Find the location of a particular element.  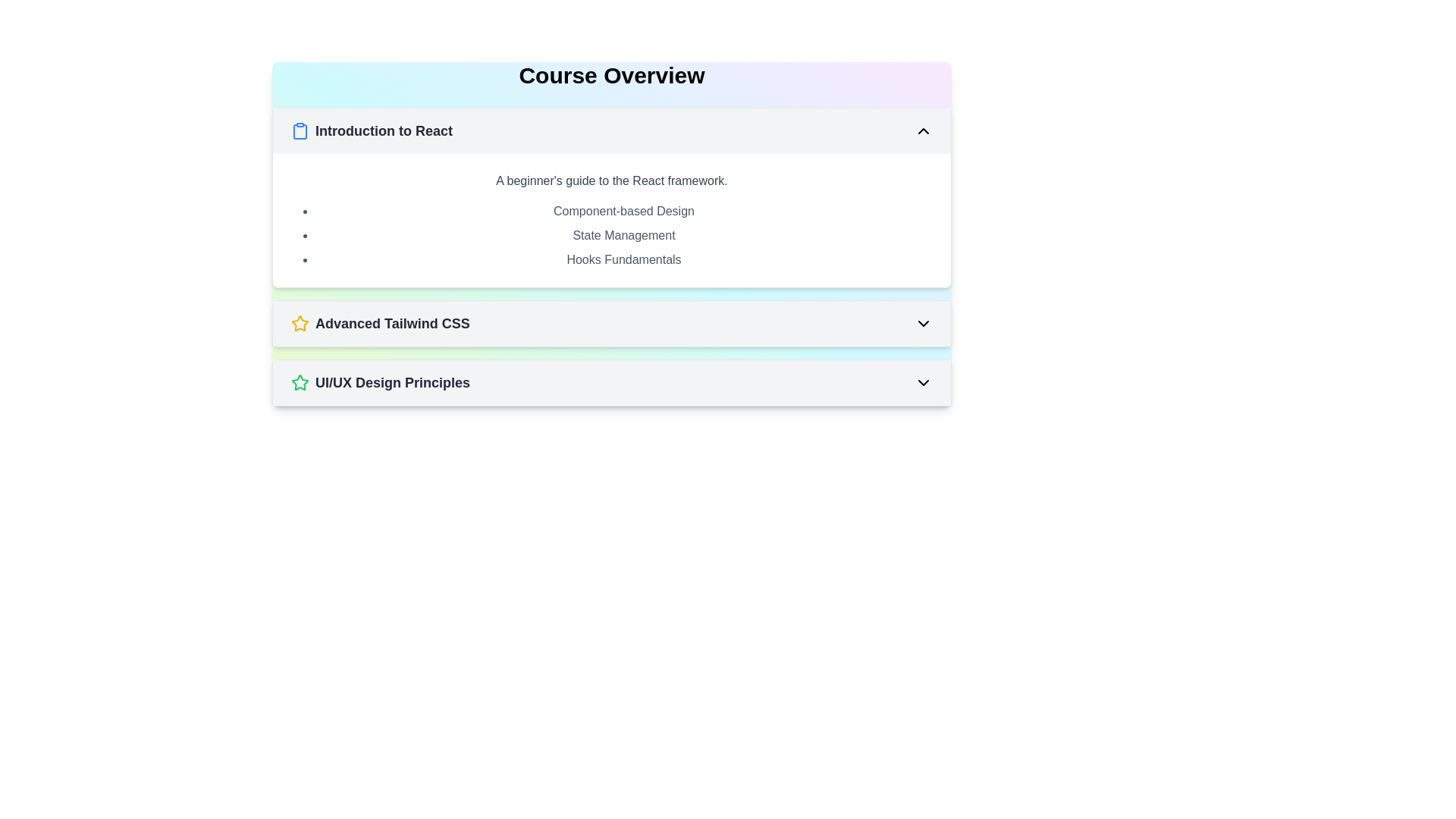

the star-shaped icon with a yellow fill and stroke outline, located on the left side of the row labeled 'Advanced Tailwind CSS' is located at coordinates (300, 323).